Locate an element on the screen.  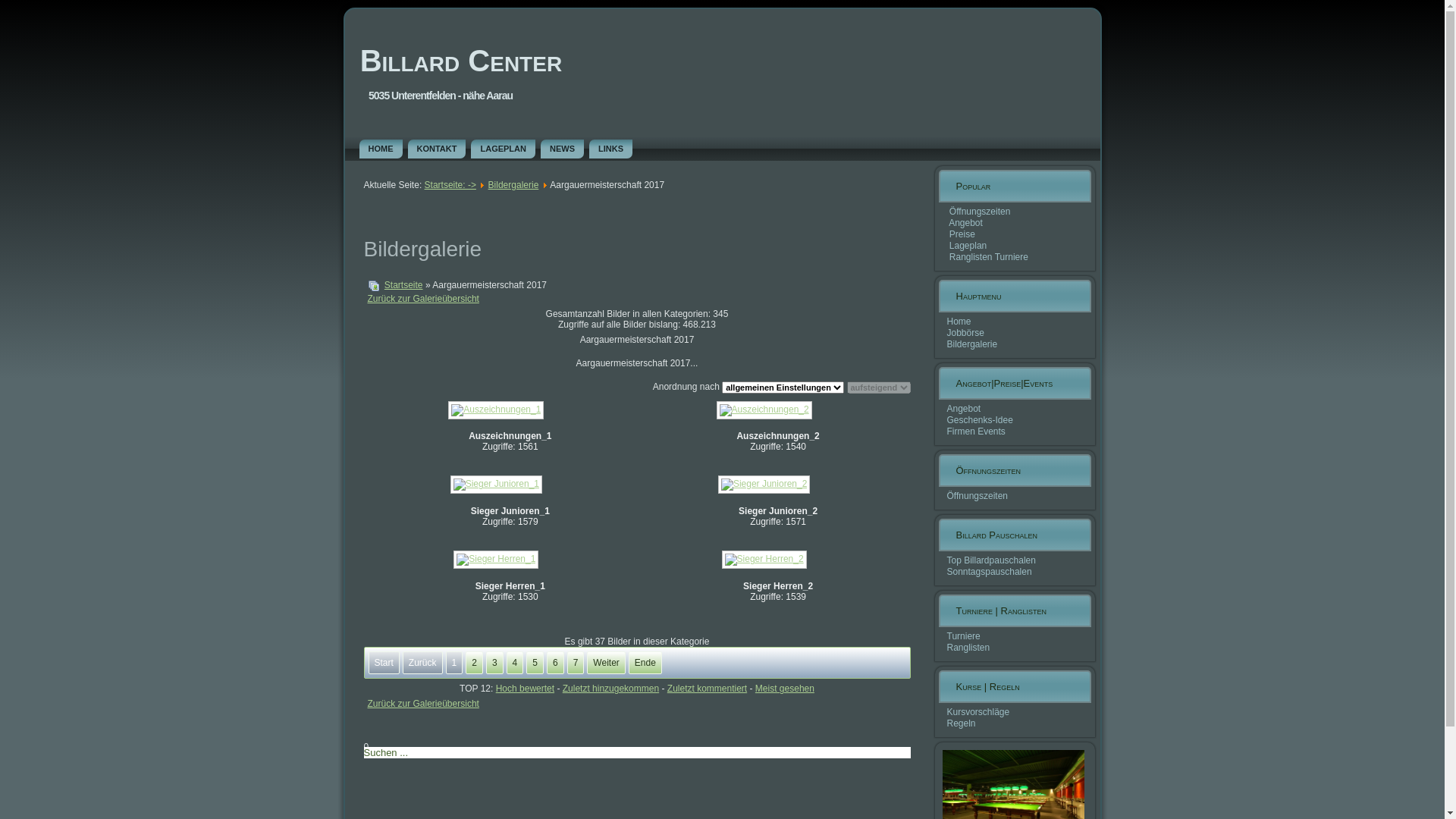
'Sieger Herren_1' is located at coordinates (497, 561).